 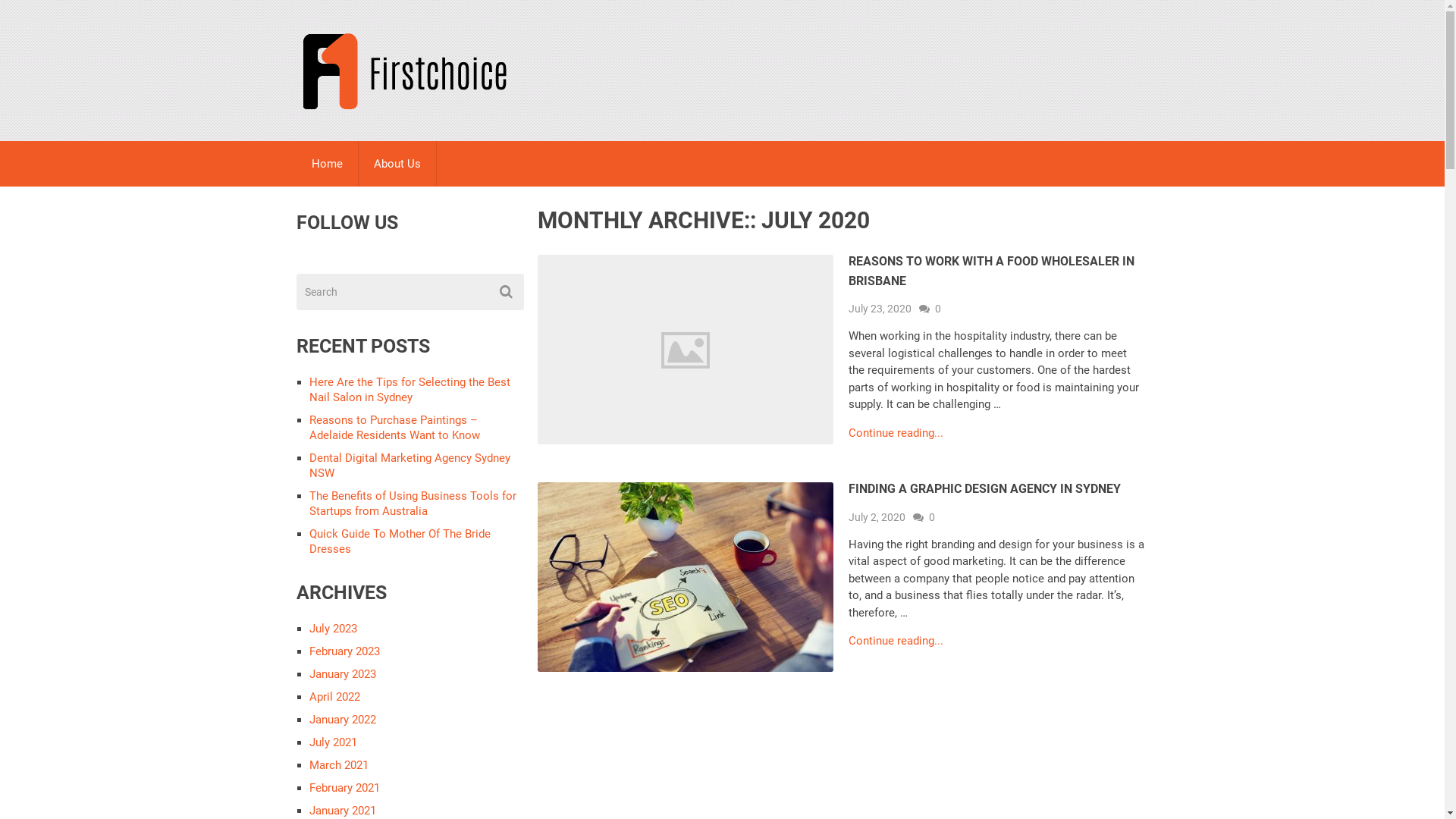 I want to click on 'Dental Digital Marketing Agency Sydney NSW', so click(x=409, y=464).